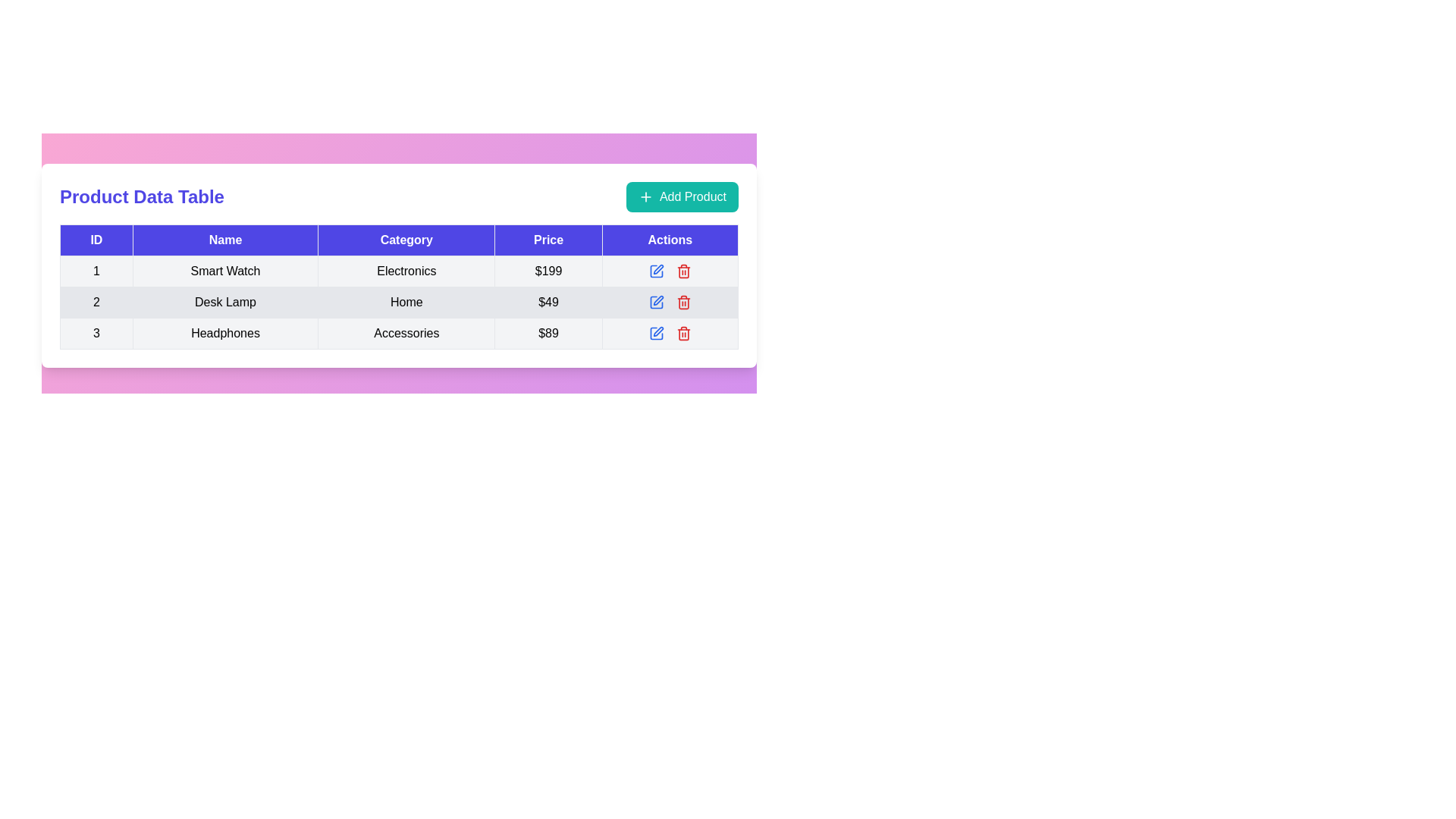 The image size is (1456, 819). Describe the element at coordinates (682, 332) in the screenshot. I see `the red trash icon button, which is the third icon in the 'Actions' column of the table, located to the right of the 'Headphones' row in the third row` at that location.